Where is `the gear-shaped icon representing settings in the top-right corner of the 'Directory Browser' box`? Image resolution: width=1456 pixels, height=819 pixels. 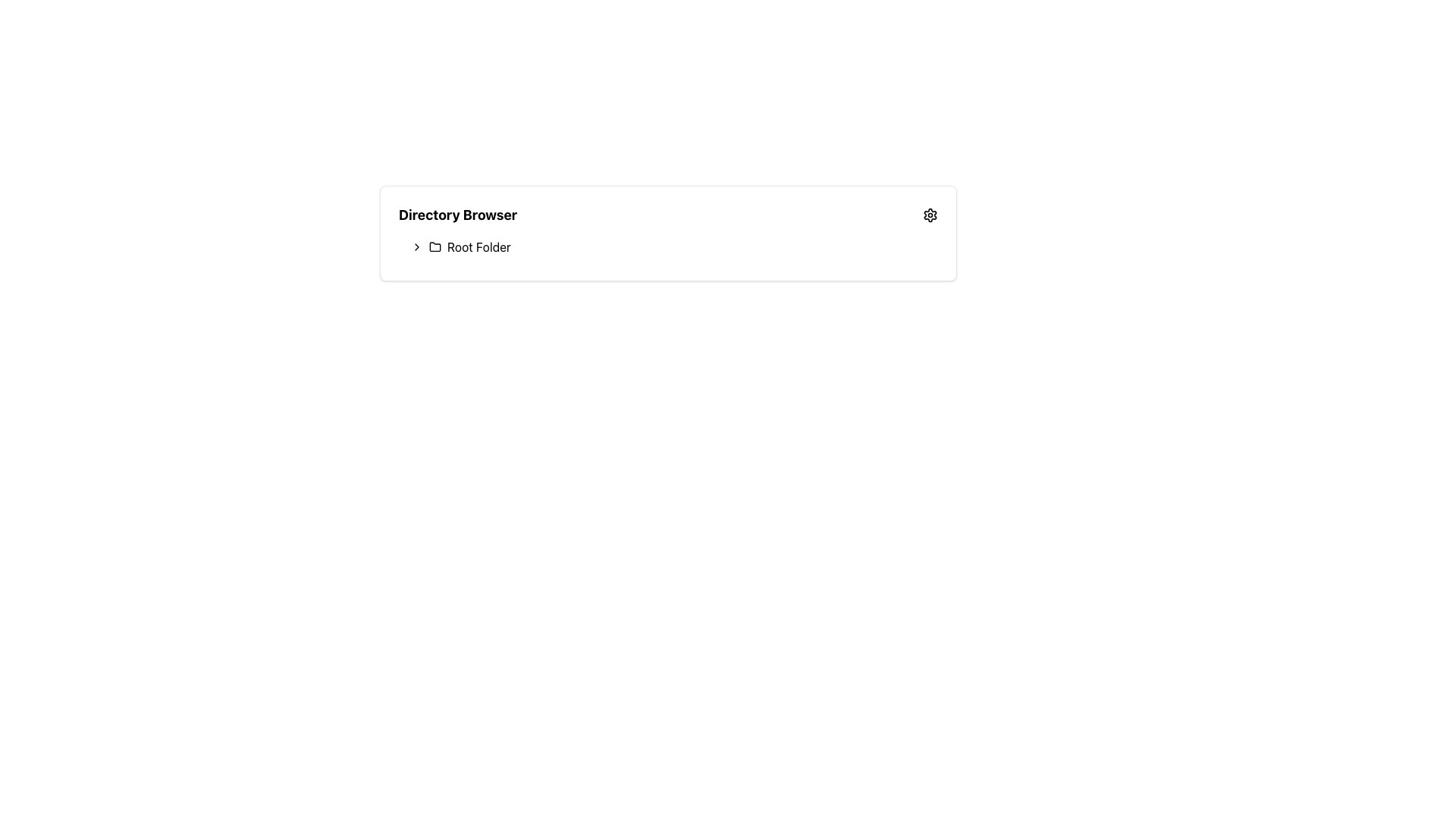
the gear-shaped icon representing settings in the top-right corner of the 'Directory Browser' box is located at coordinates (930, 215).